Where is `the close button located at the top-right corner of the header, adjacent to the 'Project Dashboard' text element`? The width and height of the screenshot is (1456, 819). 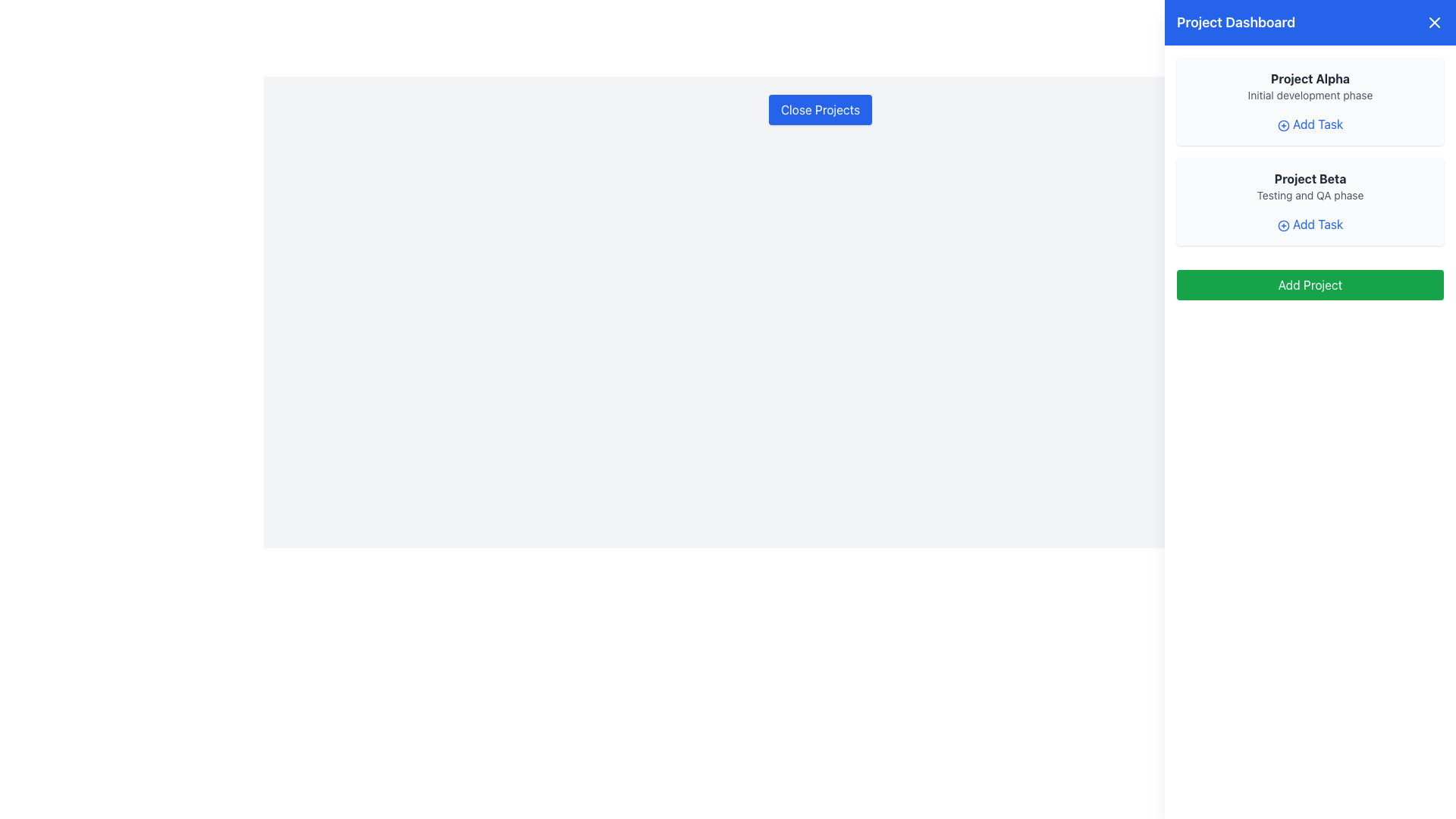 the close button located at the top-right corner of the header, adjacent to the 'Project Dashboard' text element is located at coordinates (1433, 23).